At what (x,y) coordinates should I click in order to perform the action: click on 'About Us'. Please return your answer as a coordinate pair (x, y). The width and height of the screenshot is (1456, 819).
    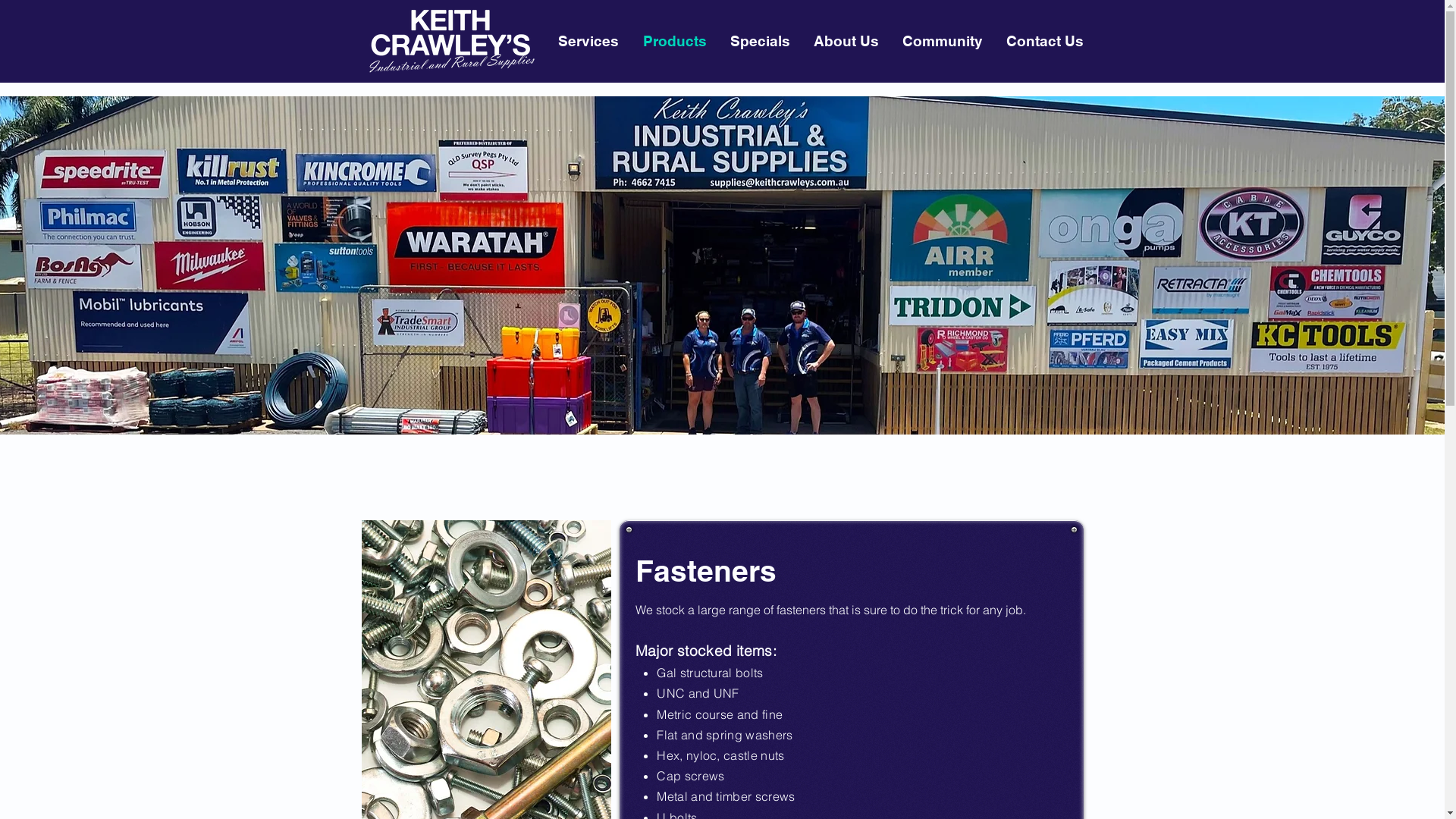
    Looking at the image, I should click on (844, 40).